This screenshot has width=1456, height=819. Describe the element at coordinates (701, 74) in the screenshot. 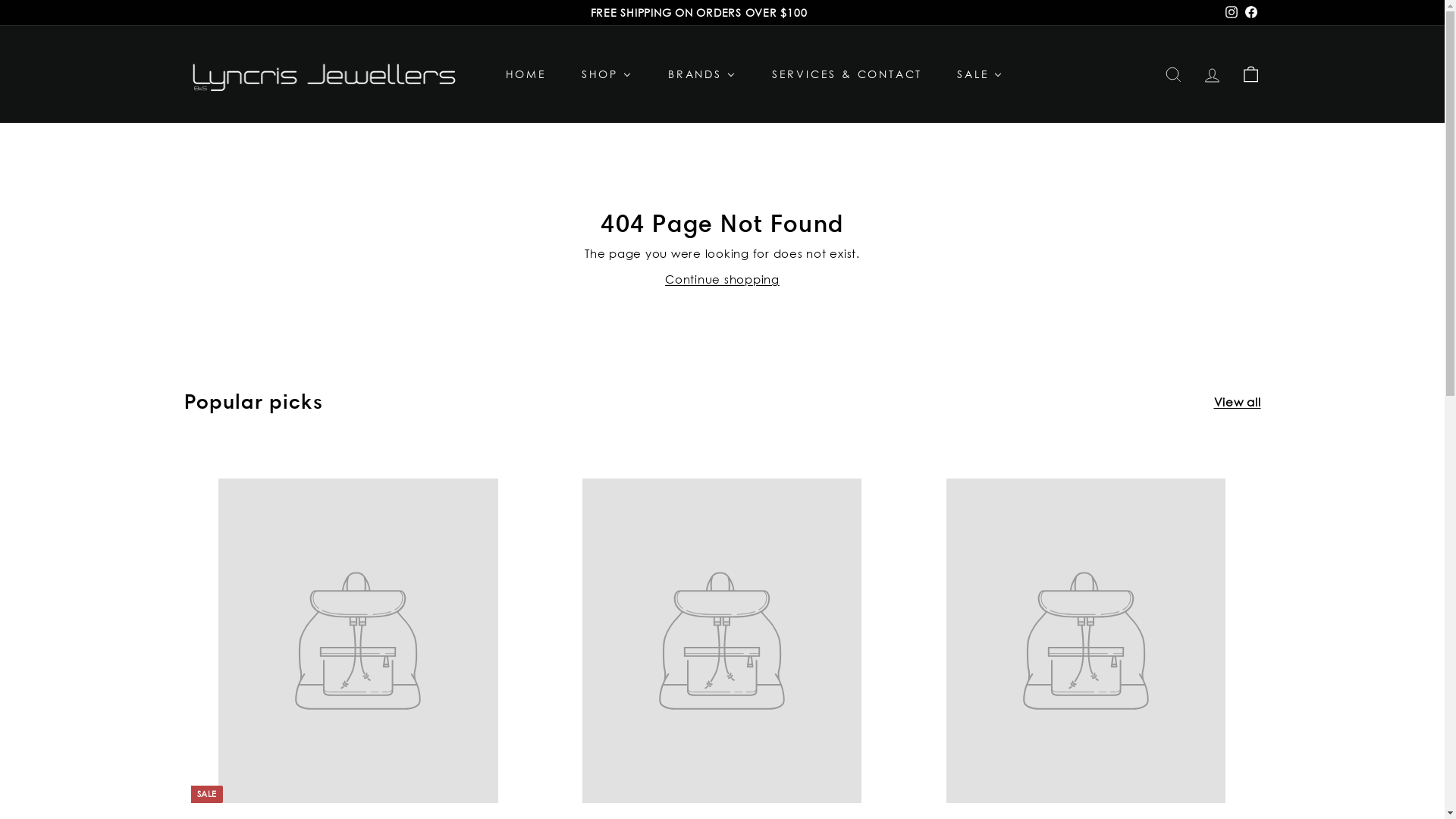

I see `'BRANDS'` at that location.